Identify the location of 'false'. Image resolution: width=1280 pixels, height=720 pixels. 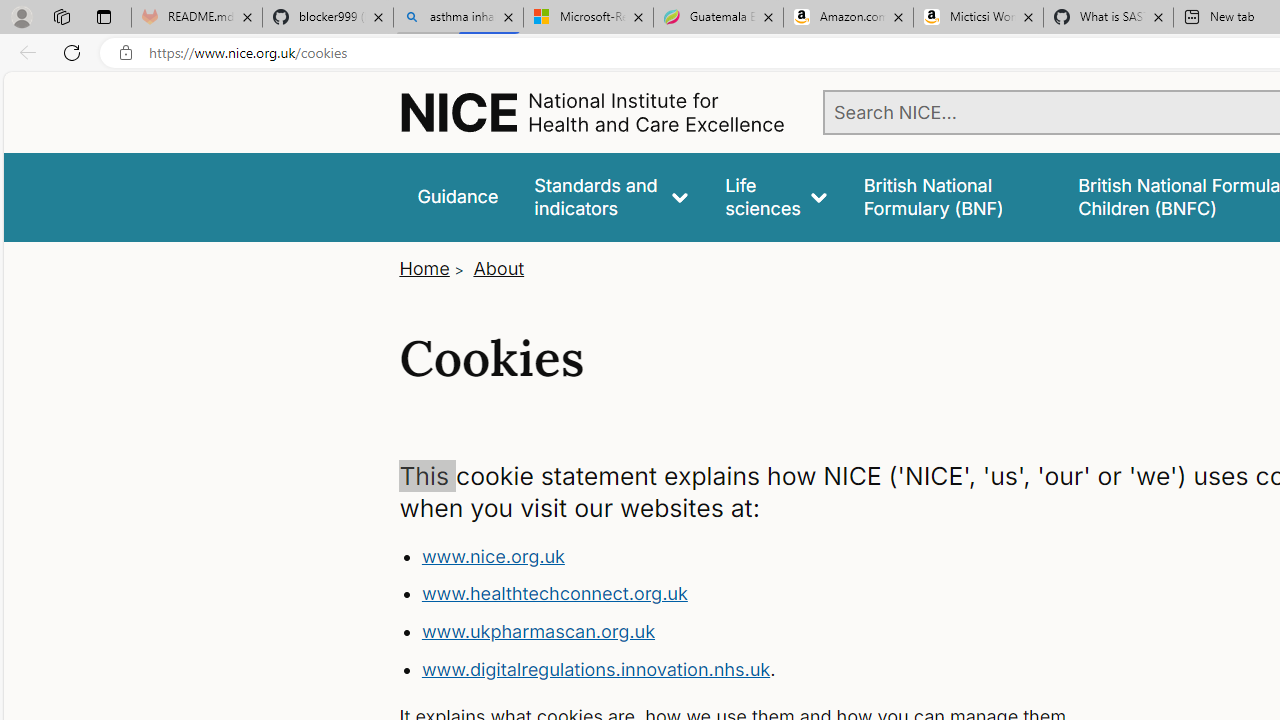
(951, 197).